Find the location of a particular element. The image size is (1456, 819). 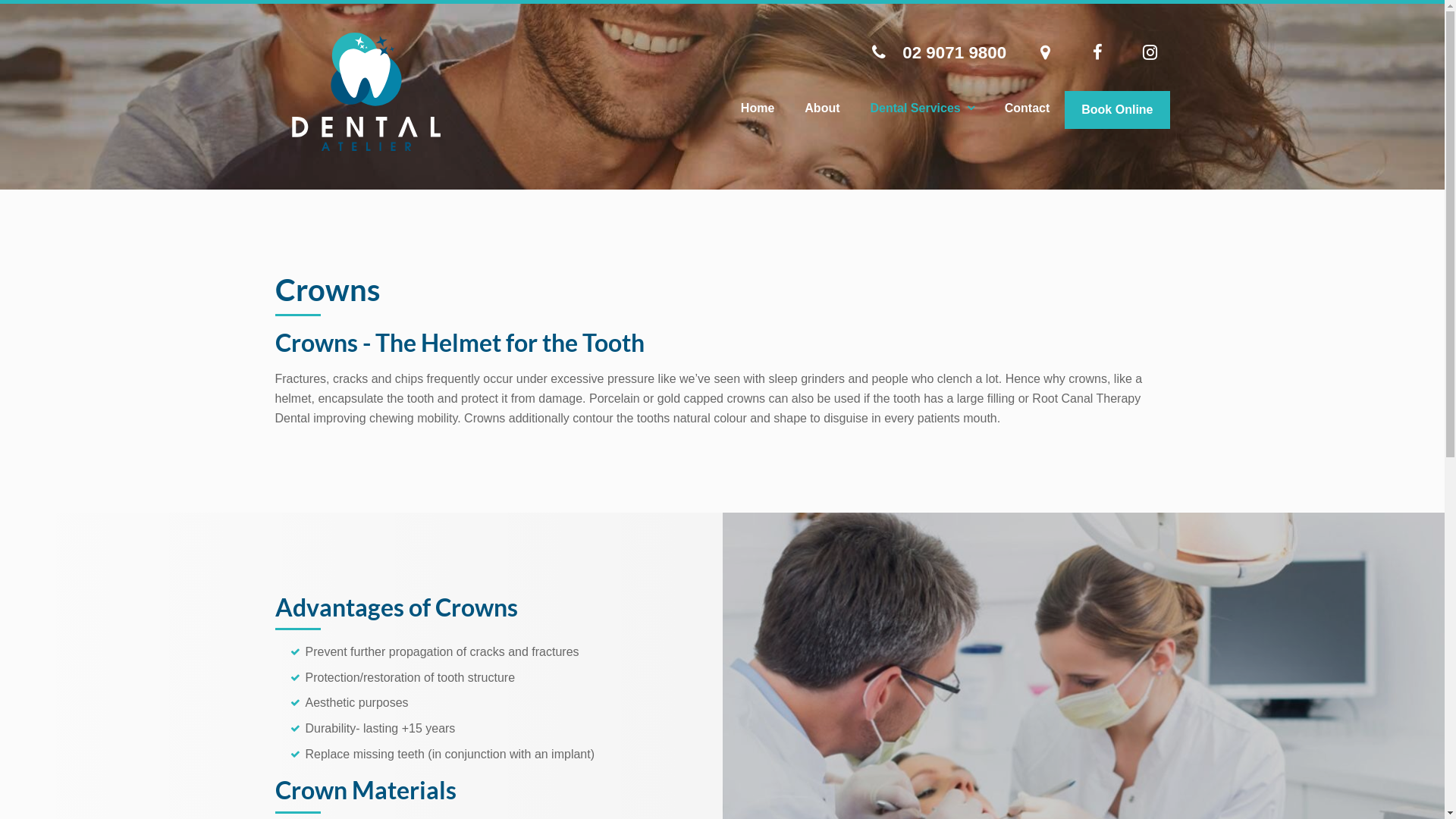

'About' is located at coordinates (821, 107).